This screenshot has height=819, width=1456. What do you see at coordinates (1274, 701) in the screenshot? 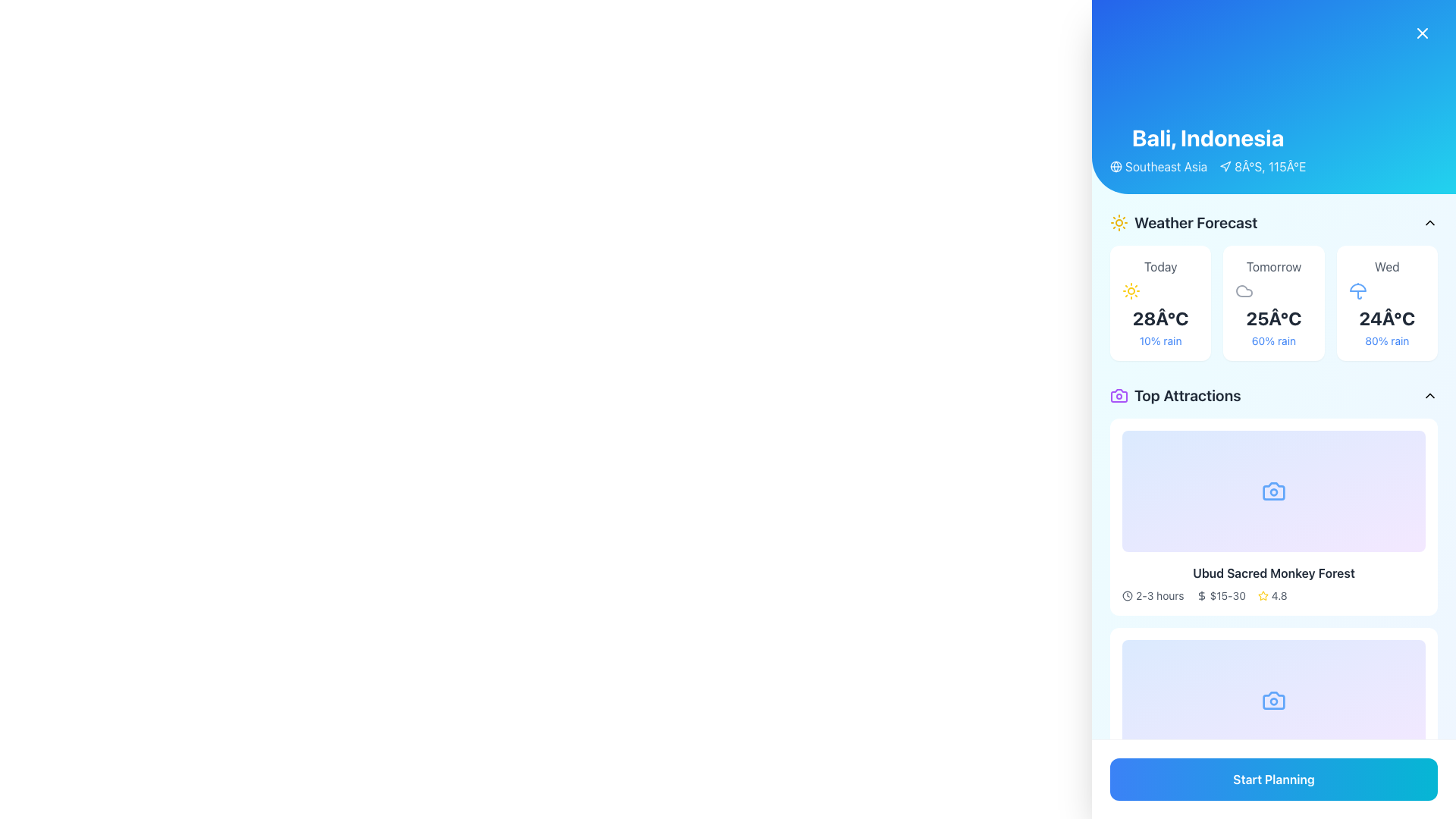
I see `the Decorative card or placeholder element located in the second row under 'Top Attractions', directly below 'Ubud Sacred Monkey Forest', featuring a centered blue camera icon and a gradient background` at bounding box center [1274, 701].